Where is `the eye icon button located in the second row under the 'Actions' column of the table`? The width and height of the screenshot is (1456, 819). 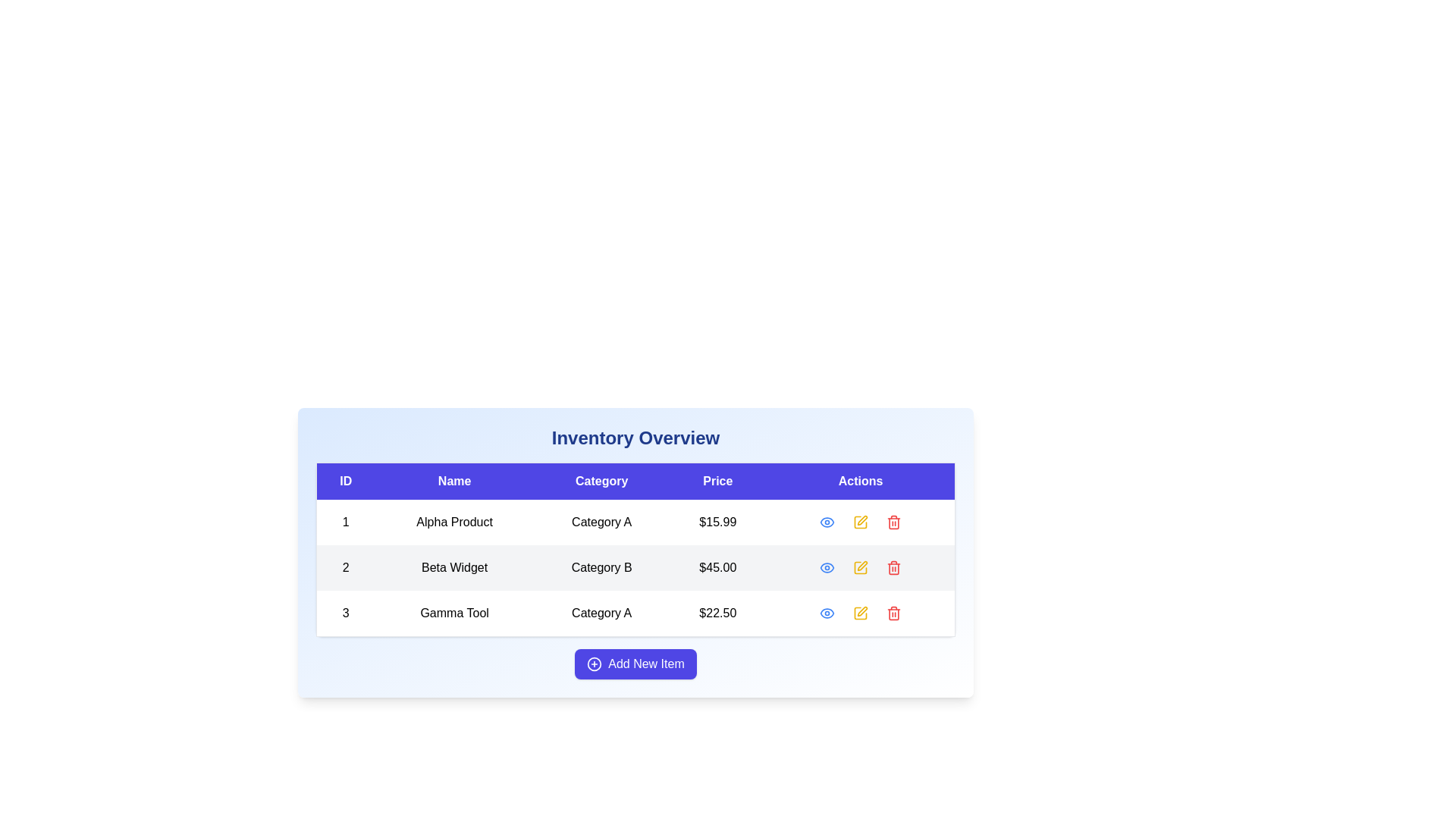 the eye icon button located in the second row under the 'Actions' column of the table is located at coordinates (826, 567).